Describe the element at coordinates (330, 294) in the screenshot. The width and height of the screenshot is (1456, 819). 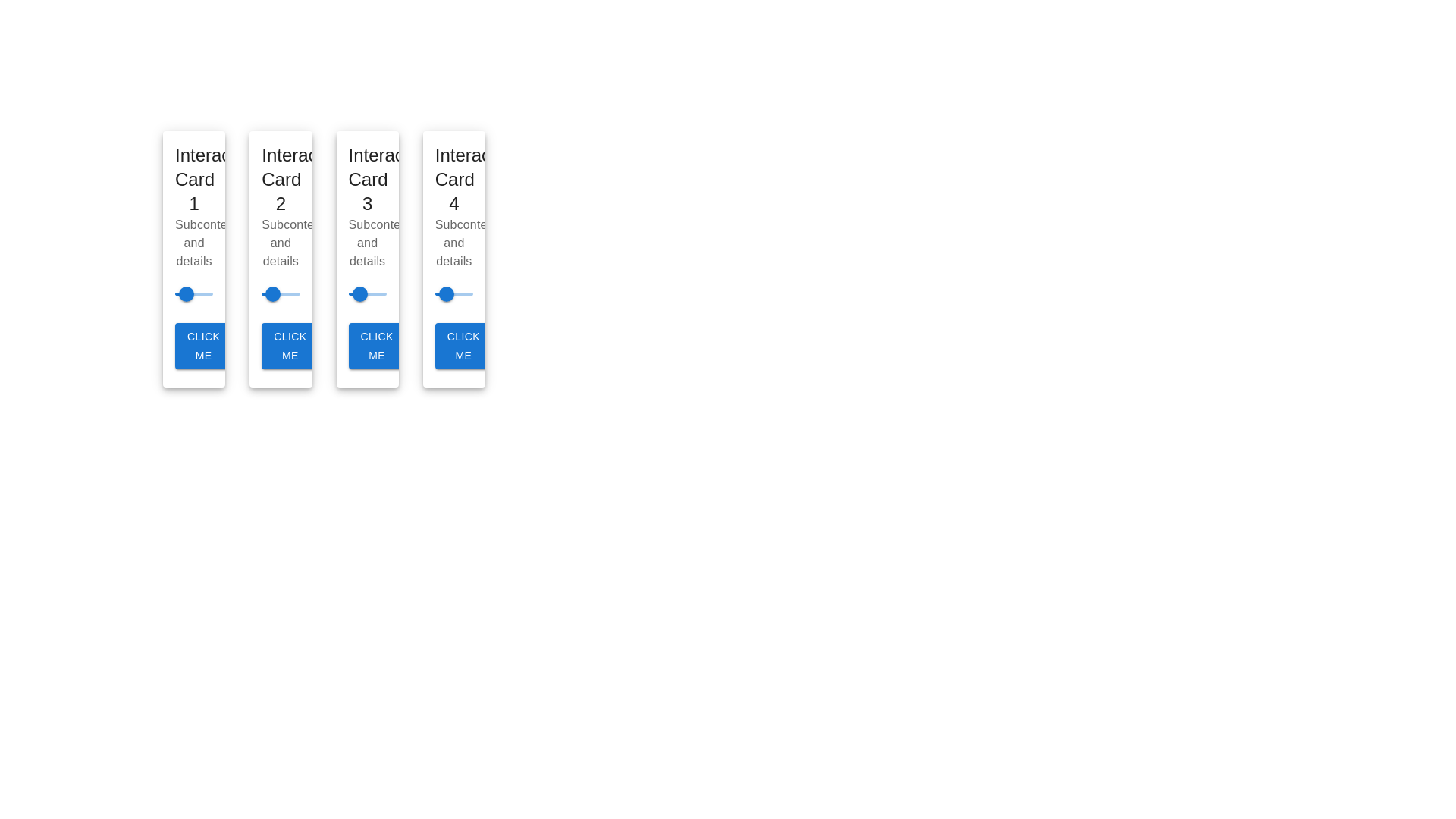
I see `the slider value` at that location.